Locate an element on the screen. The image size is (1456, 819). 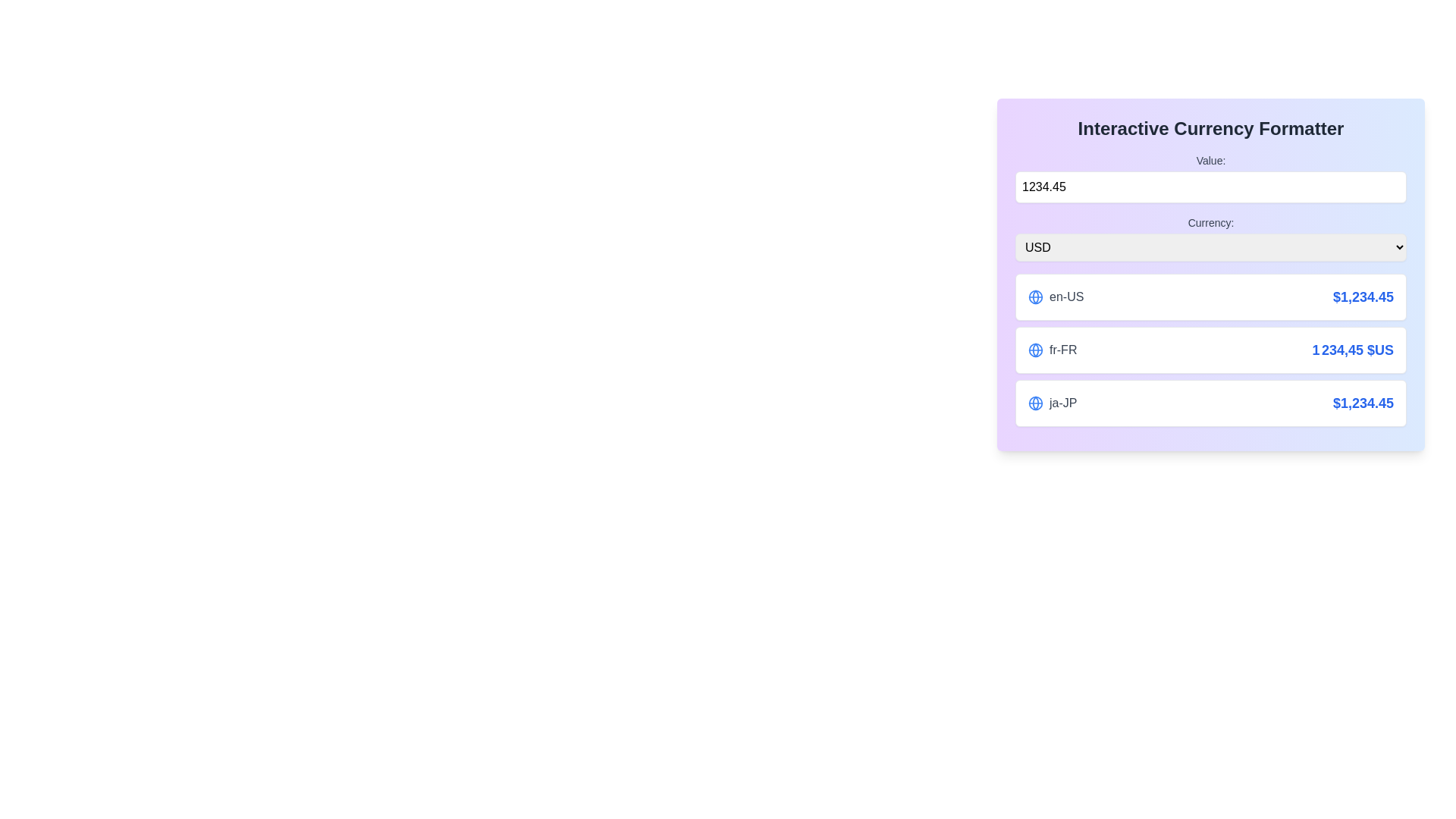
the text label displaying the monetary value '$1,234.45', styled in blue color with a bold font, located in the bottom-right section of the interface is located at coordinates (1363, 403).